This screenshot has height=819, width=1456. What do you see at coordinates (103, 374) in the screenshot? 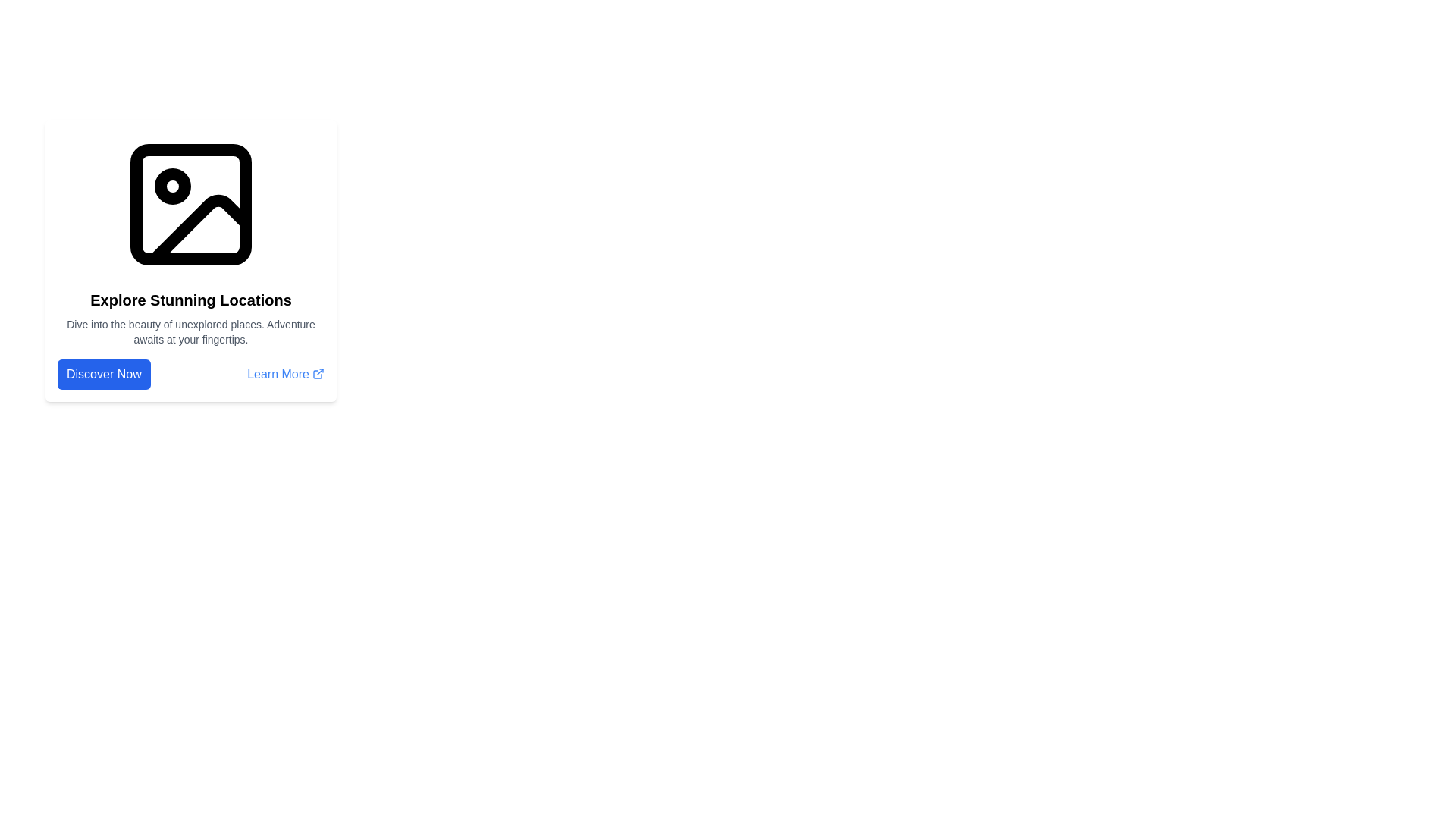
I see `the 'Discover Now' button, which is a rectangular button with rounded corners and a solid blue background, located to the left of the 'Learn More' link` at bounding box center [103, 374].